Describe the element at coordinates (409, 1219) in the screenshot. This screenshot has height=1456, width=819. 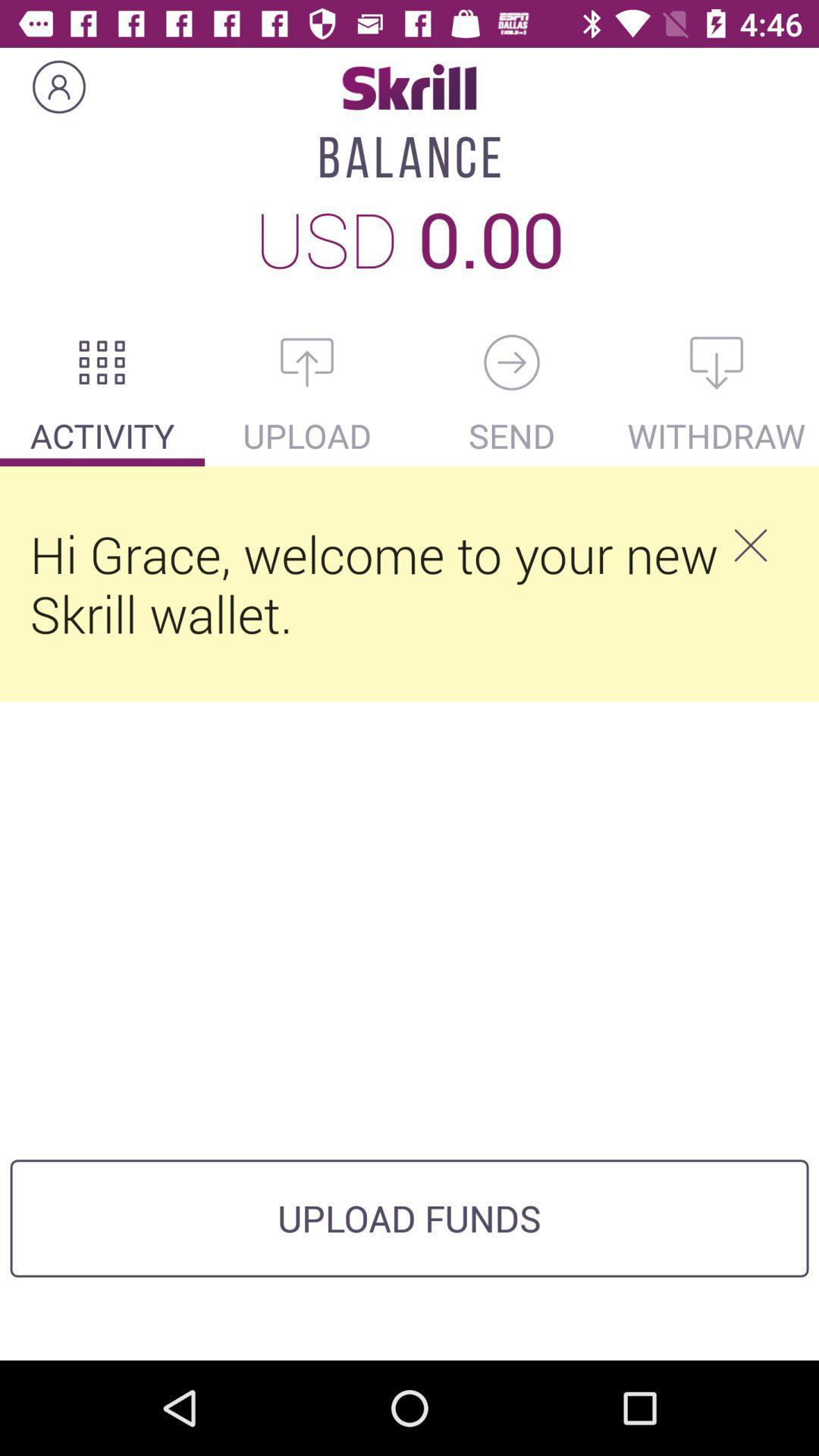
I see `upload funds` at that location.